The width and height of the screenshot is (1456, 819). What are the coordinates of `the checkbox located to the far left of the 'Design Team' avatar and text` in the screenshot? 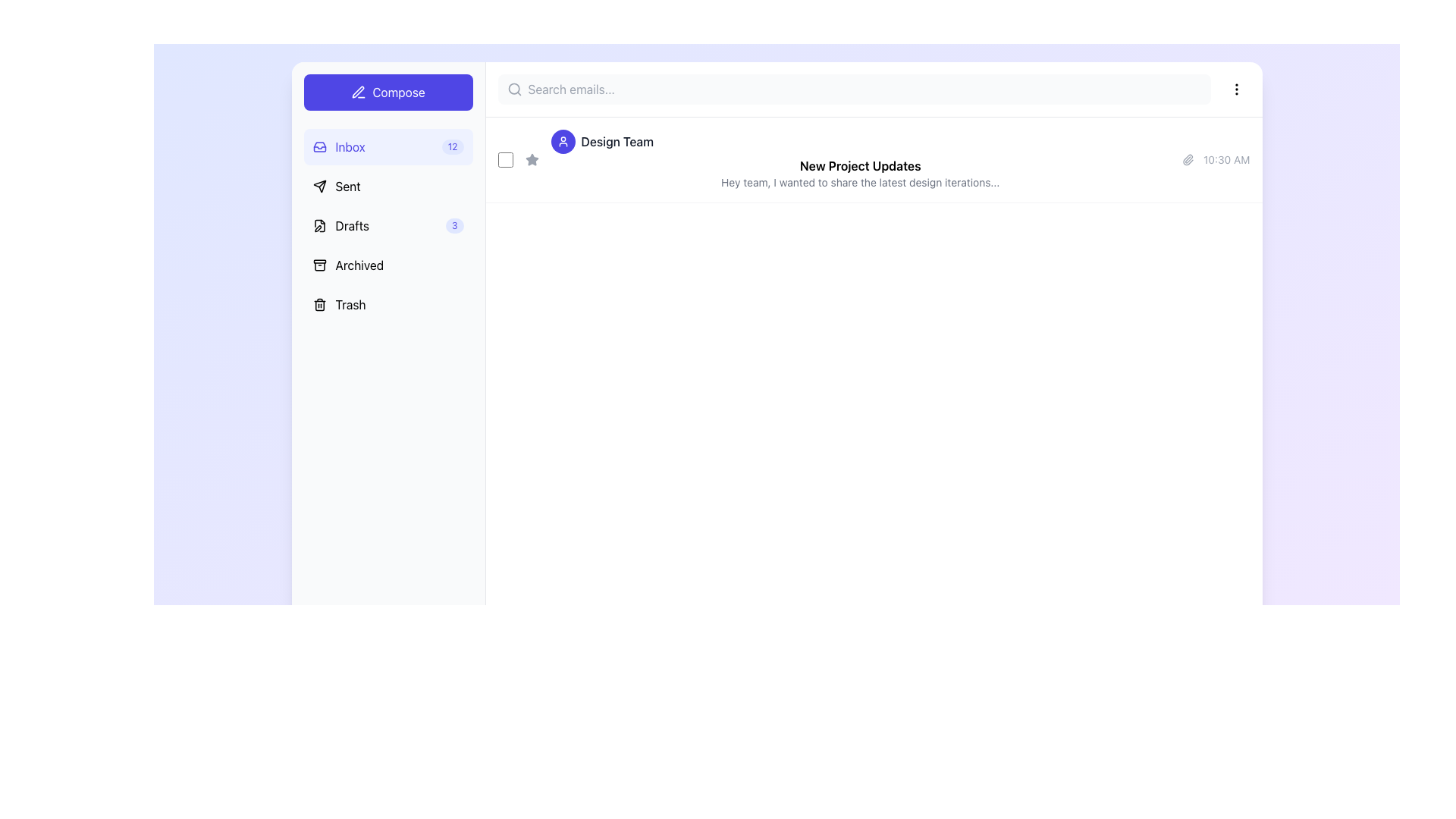 It's located at (505, 160).